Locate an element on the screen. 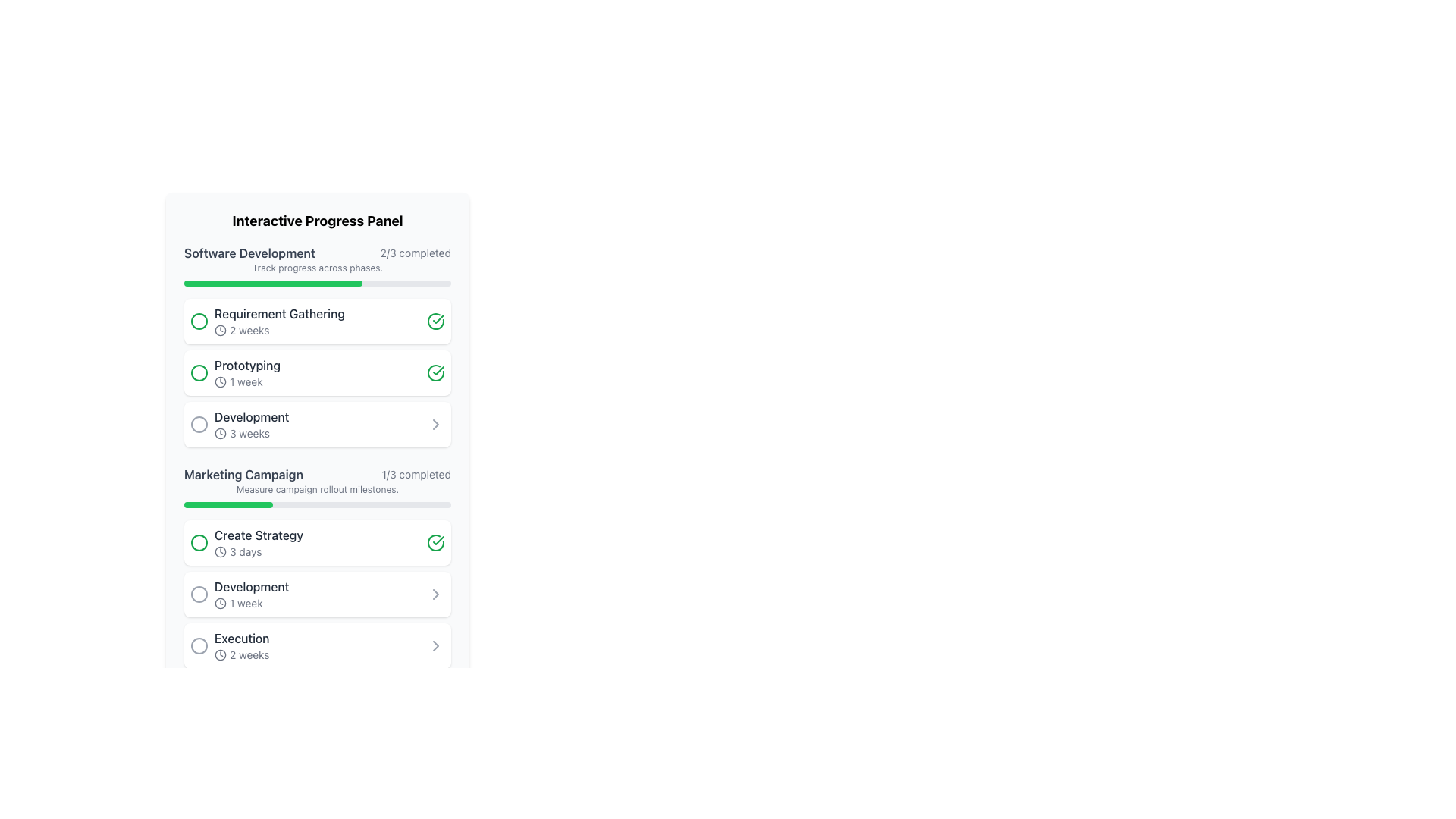 The image size is (1456, 819). the visual representation of the SVG Circle icon indicating the status of the 'Create Strategy' task in the 'Marketing Campaign' section is located at coordinates (199, 542).